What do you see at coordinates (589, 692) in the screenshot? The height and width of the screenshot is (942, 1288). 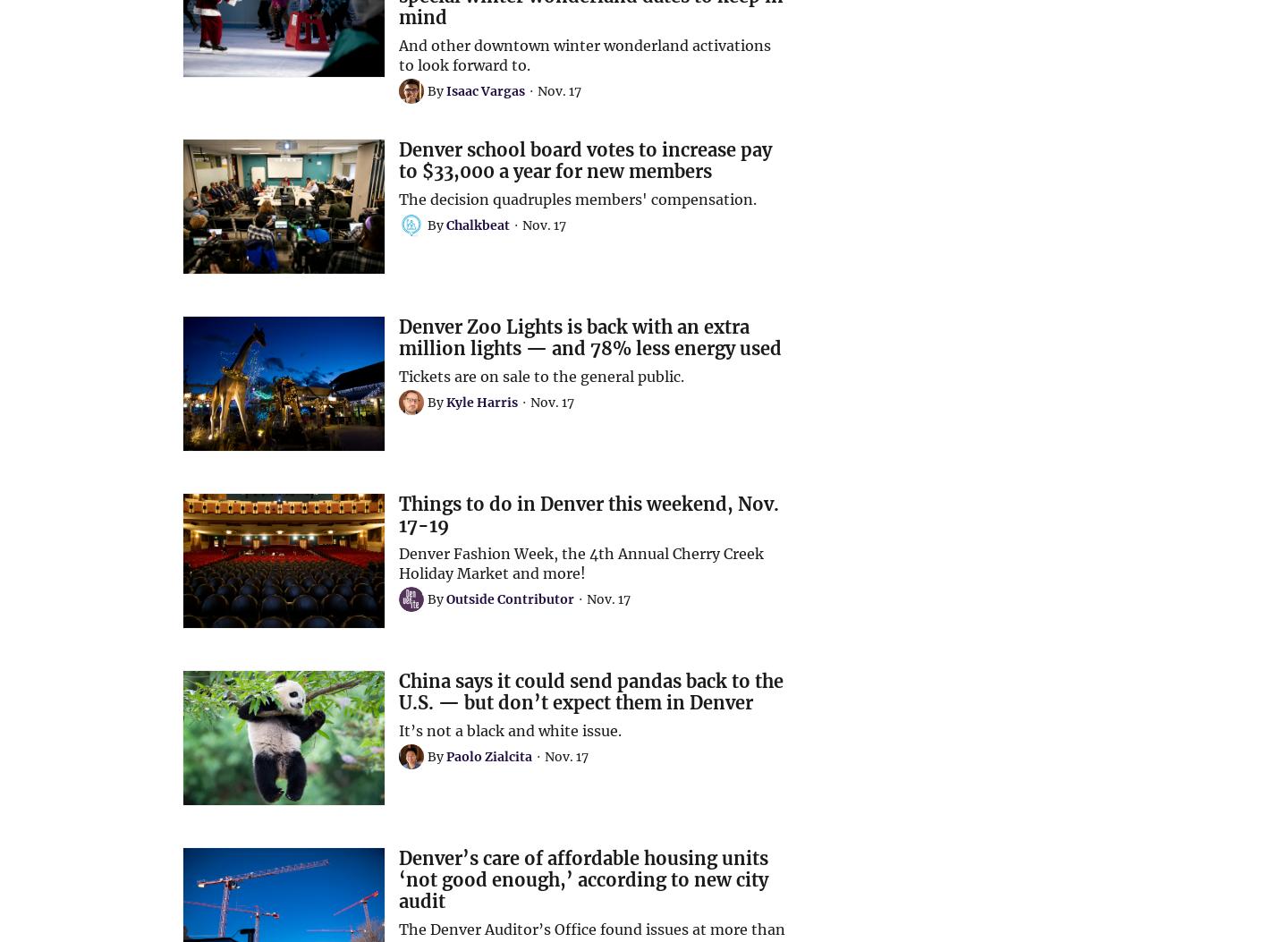 I see `'China says it could send pandas back to the U.S. — but don’t expect them in Denver'` at bounding box center [589, 692].